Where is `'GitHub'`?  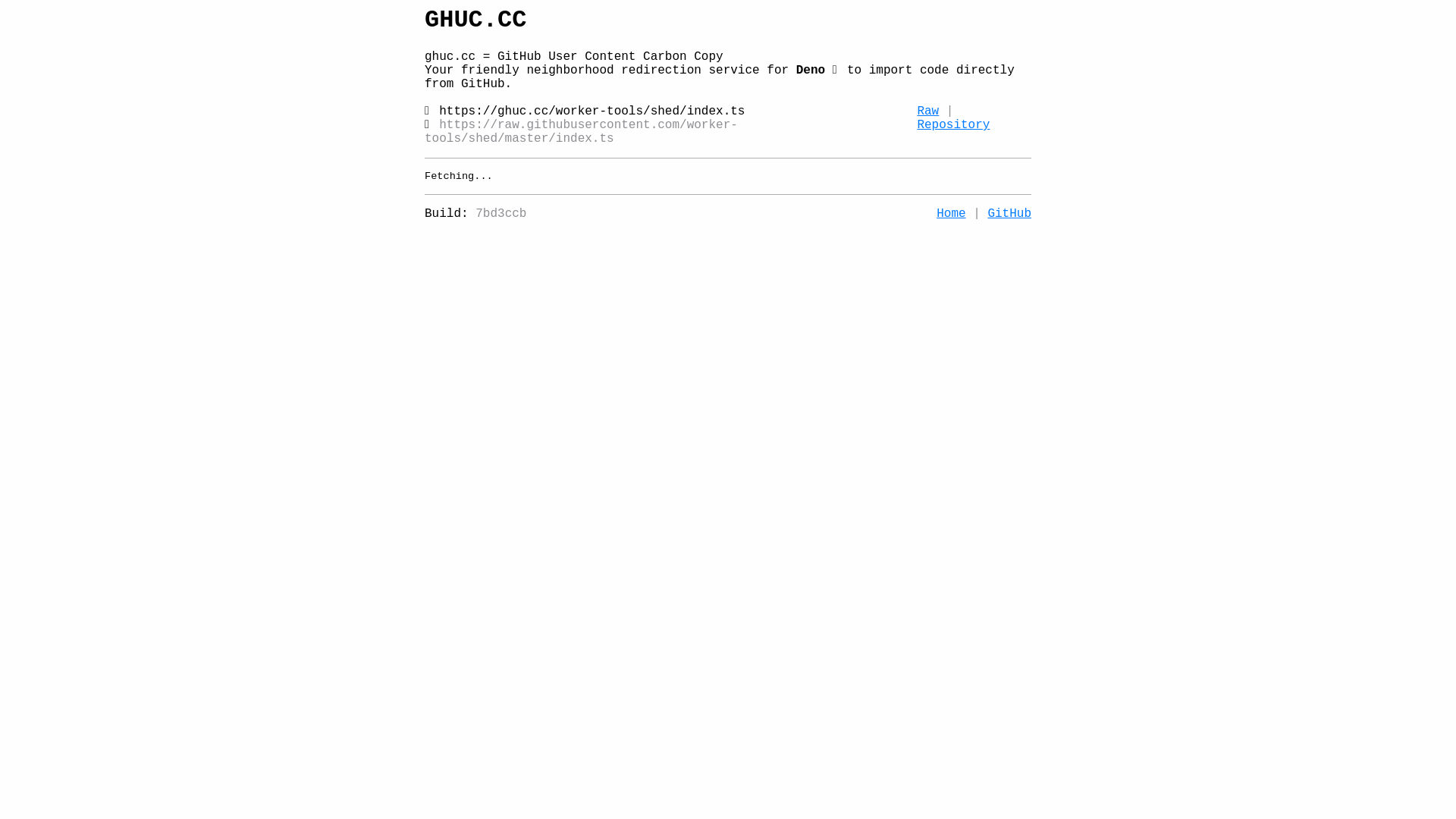
'GitHub' is located at coordinates (987, 213).